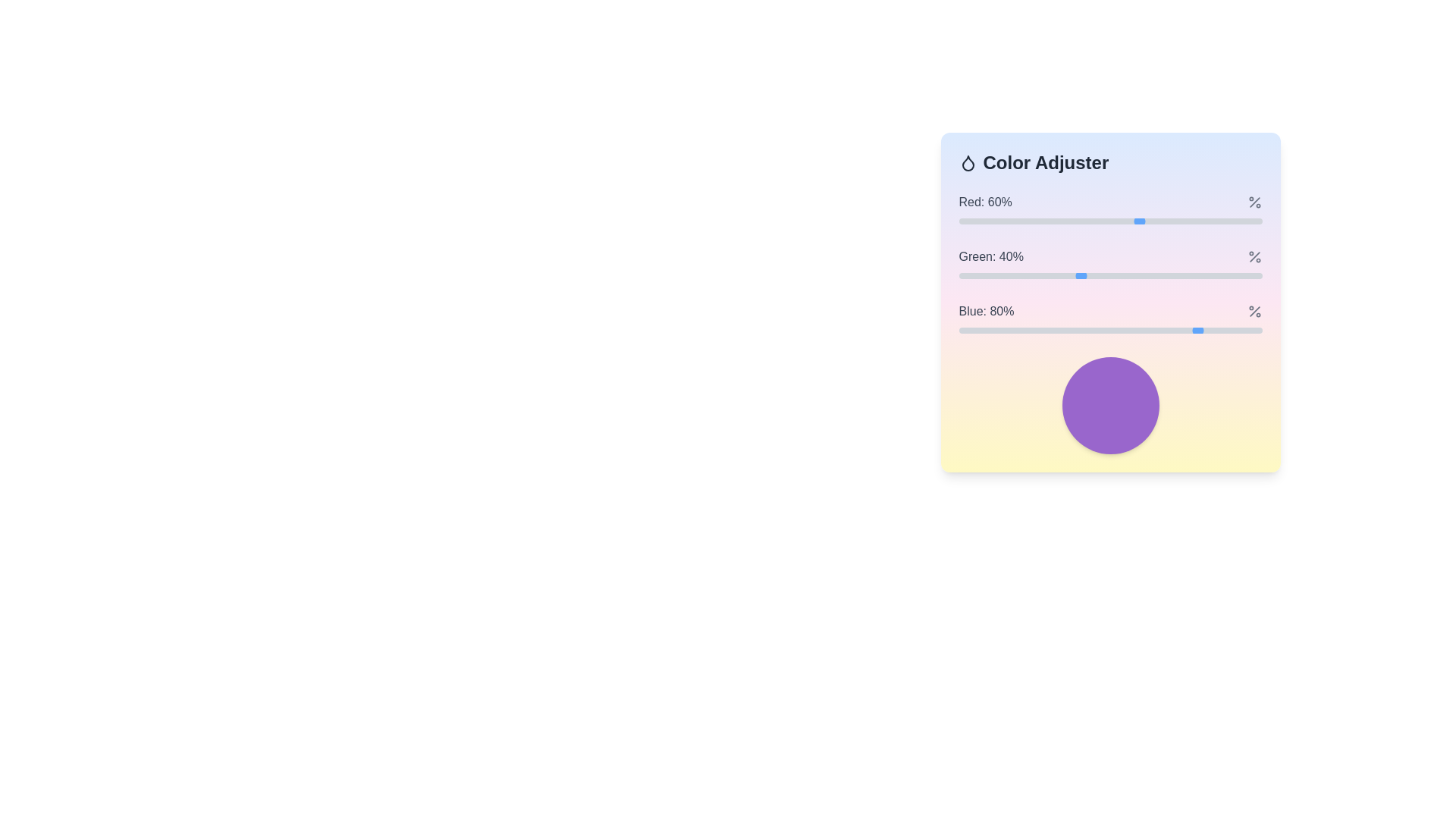  I want to click on the green color level slider to 48%, so click(1104, 275).